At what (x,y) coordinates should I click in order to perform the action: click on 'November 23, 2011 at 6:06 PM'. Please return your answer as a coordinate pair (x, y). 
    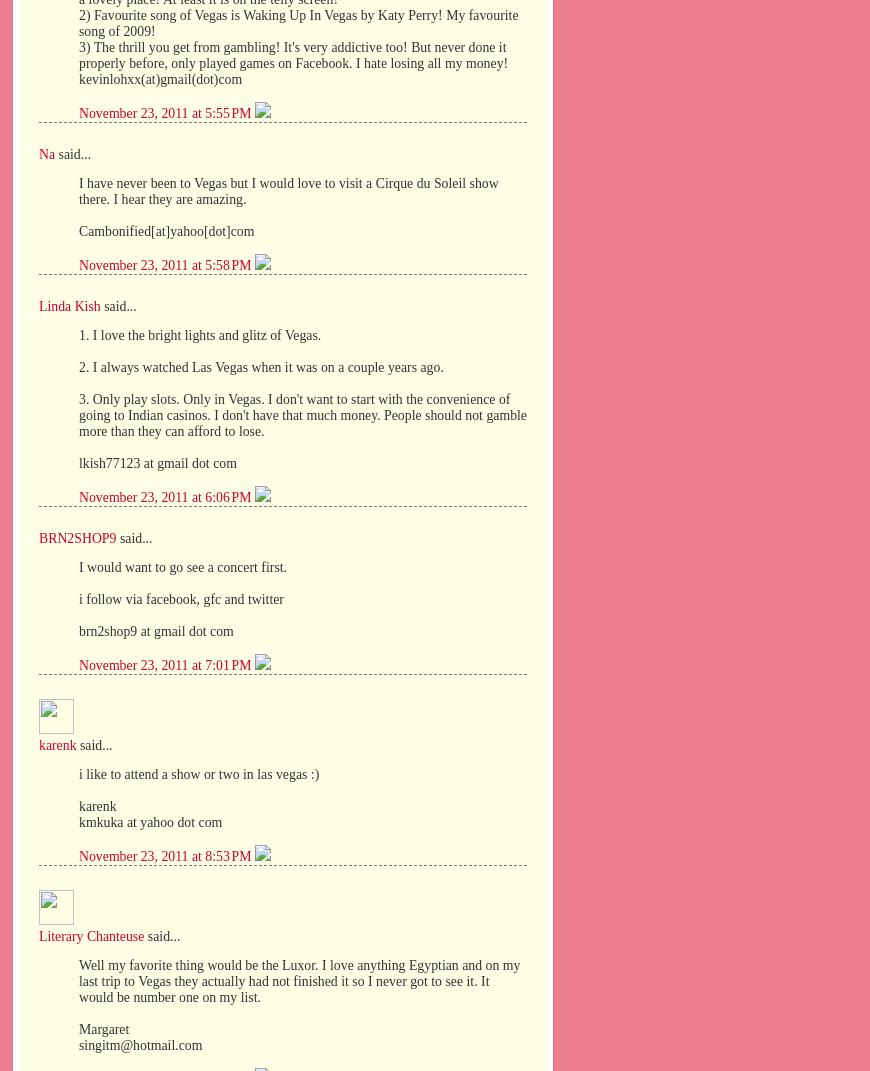
    Looking at the image, I should click on (165, 496).